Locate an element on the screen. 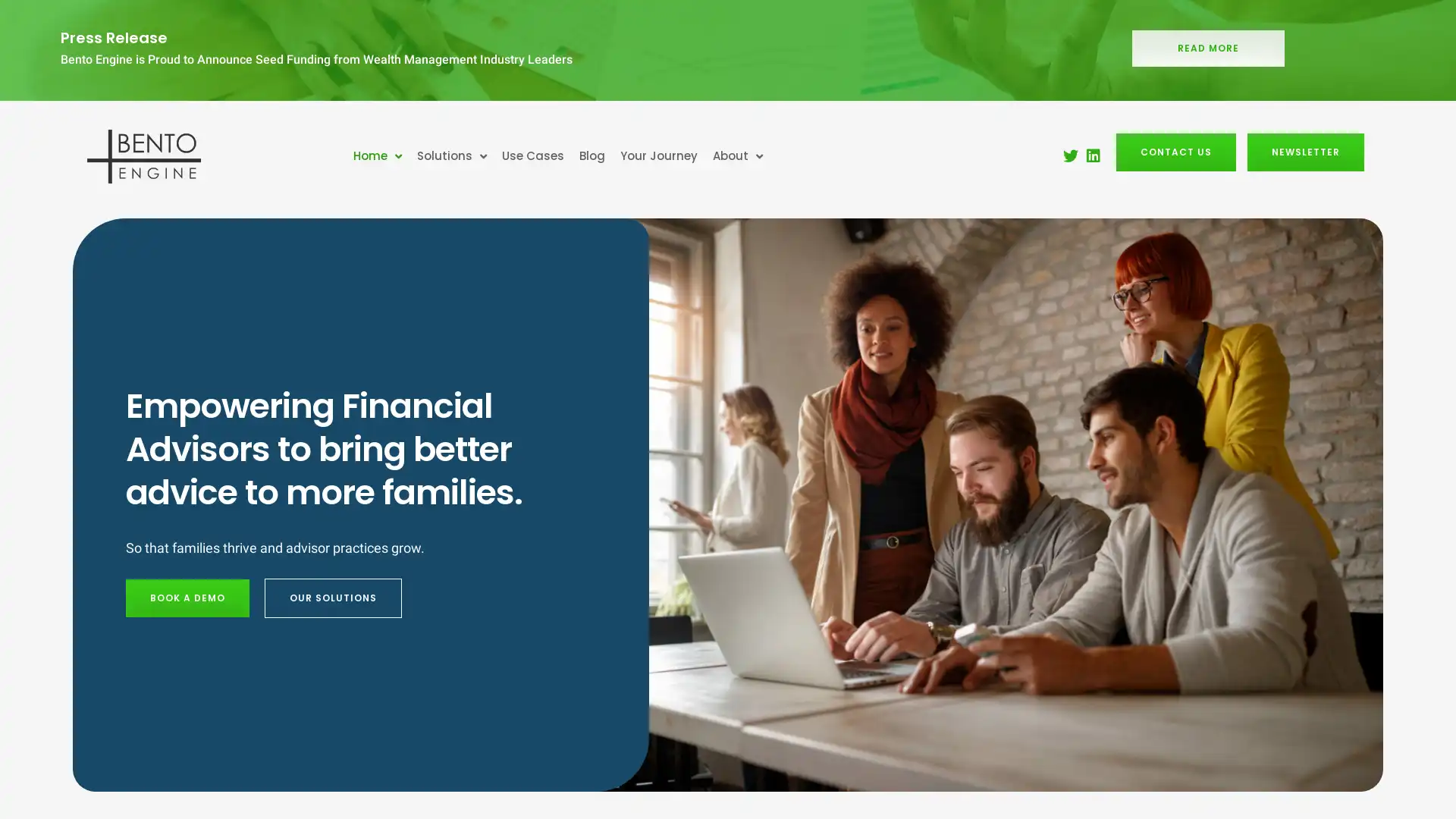 This screenshot has height=819, width=1456. READ MORE is located at coordinates (1207, 48).